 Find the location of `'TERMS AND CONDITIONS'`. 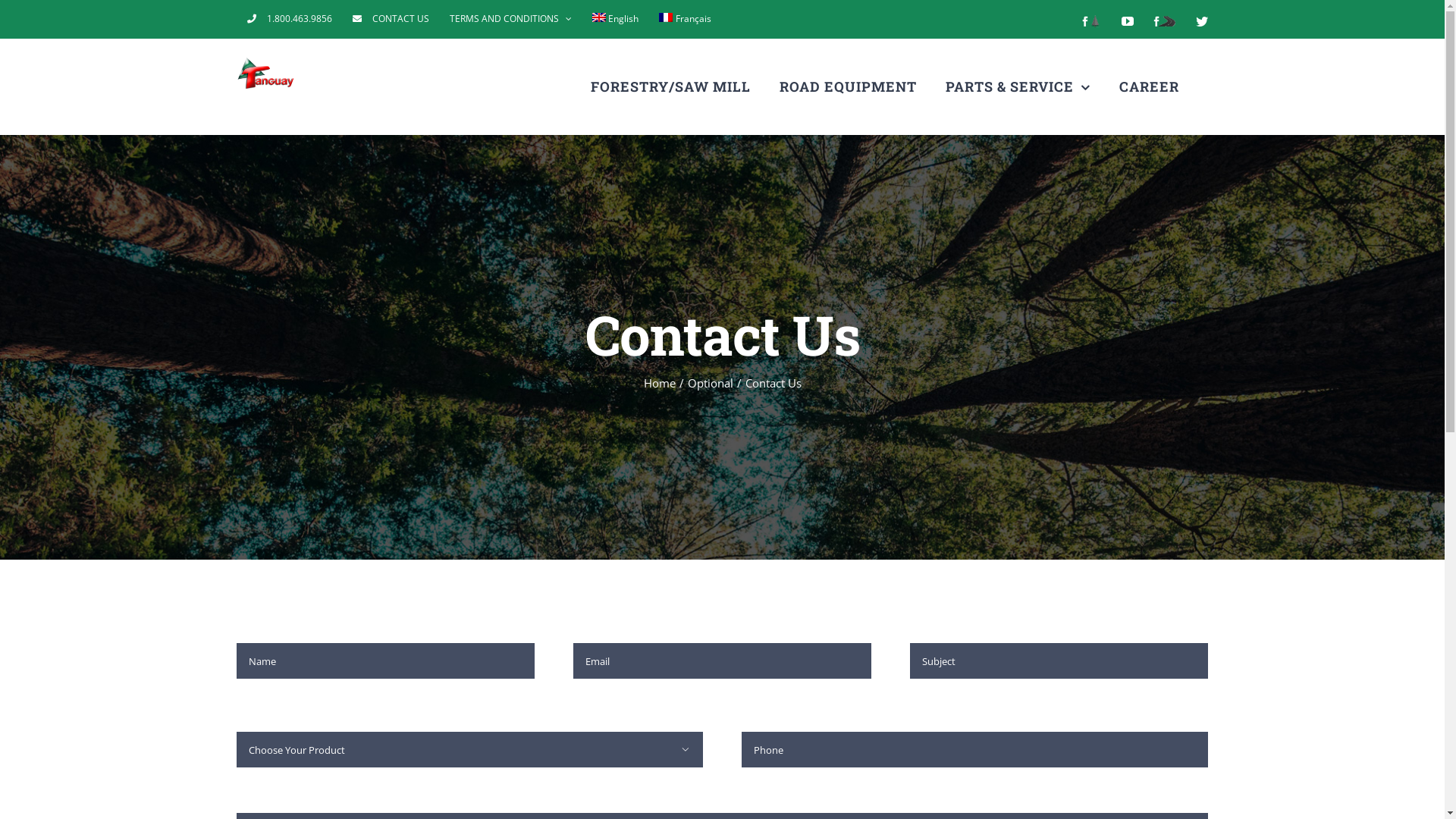

'TERMS AND CONDITIONS' is located at coordinates (510, 18).